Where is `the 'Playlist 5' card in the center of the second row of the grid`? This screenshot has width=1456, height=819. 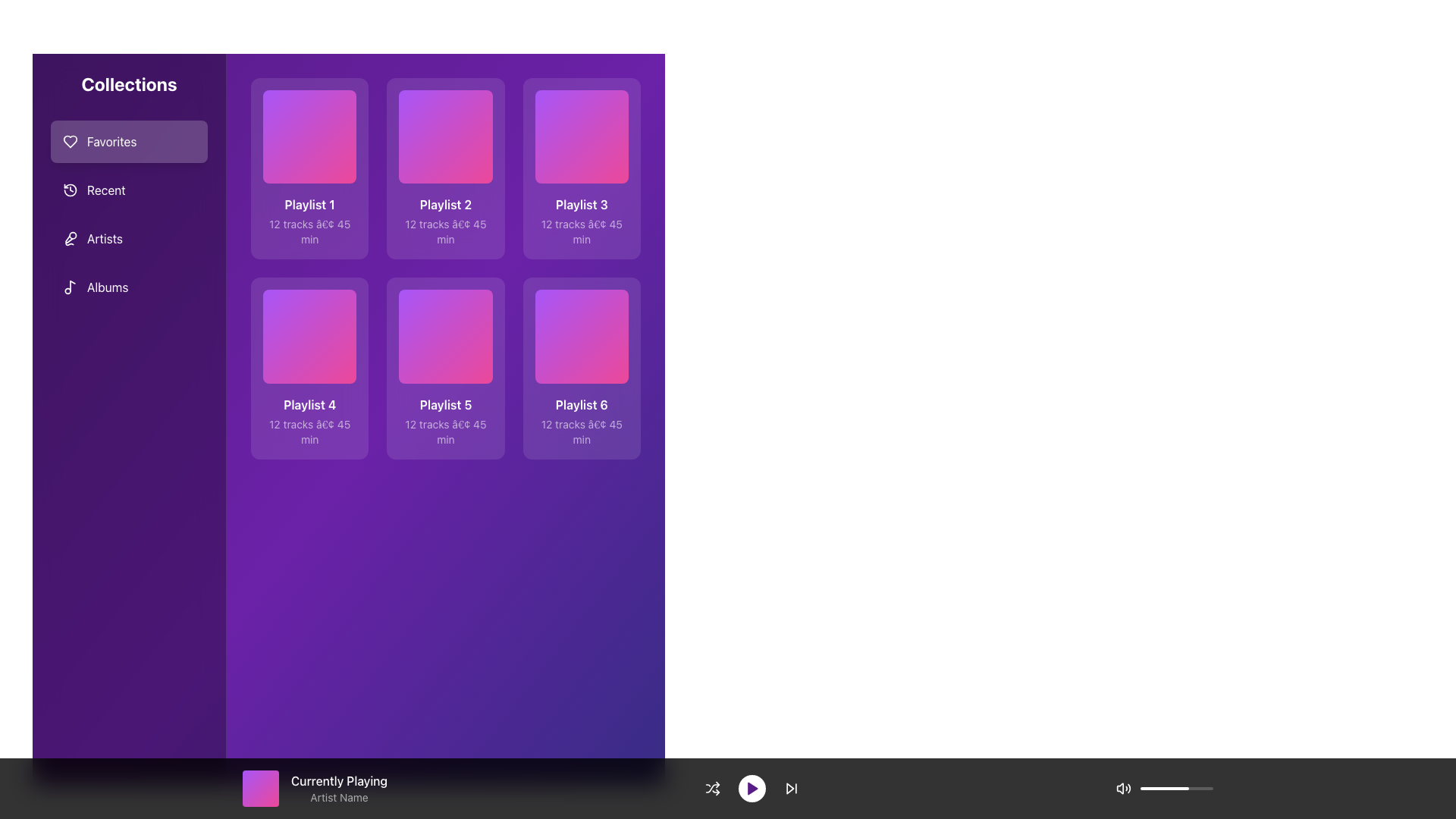
the 'Playlist 5' card in the center of the second row of the grid is located at coordinates (444, 369).